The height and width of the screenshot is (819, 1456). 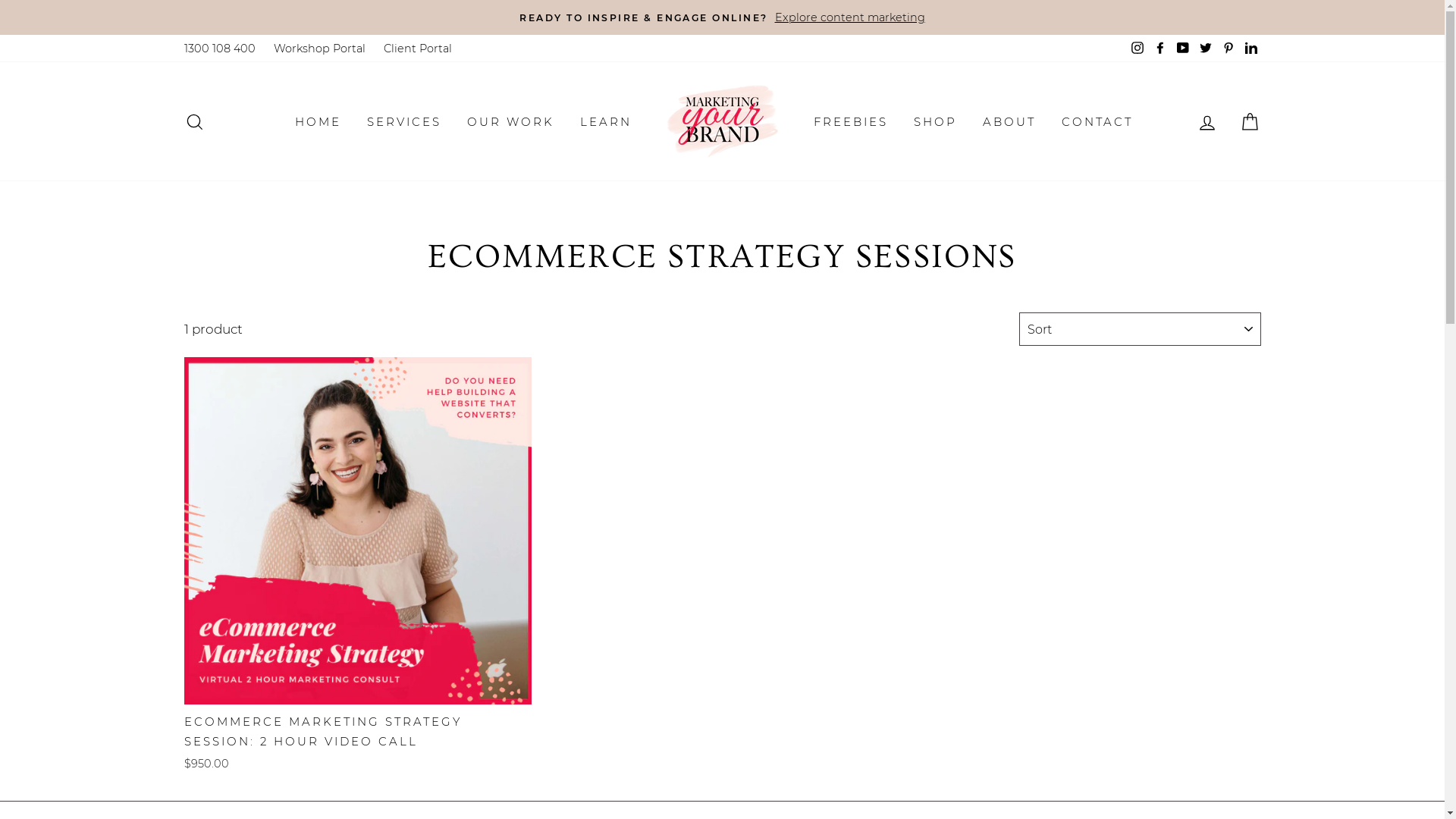 I want to click on 'Chatbot', so click(x=1383, y=758).